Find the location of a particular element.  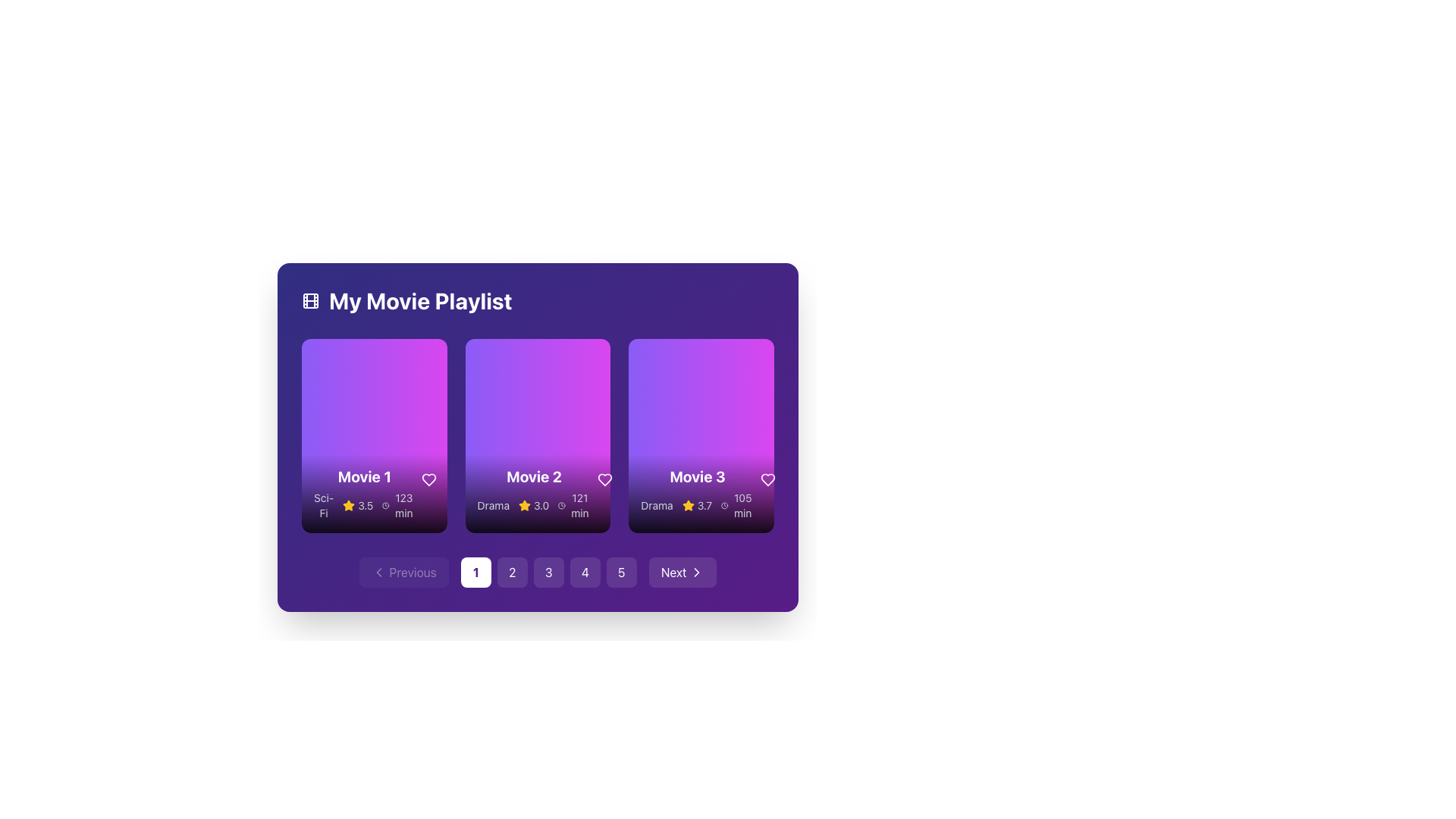

the 'Next' icon within the pagination controls is located at coordinates (696, 573).